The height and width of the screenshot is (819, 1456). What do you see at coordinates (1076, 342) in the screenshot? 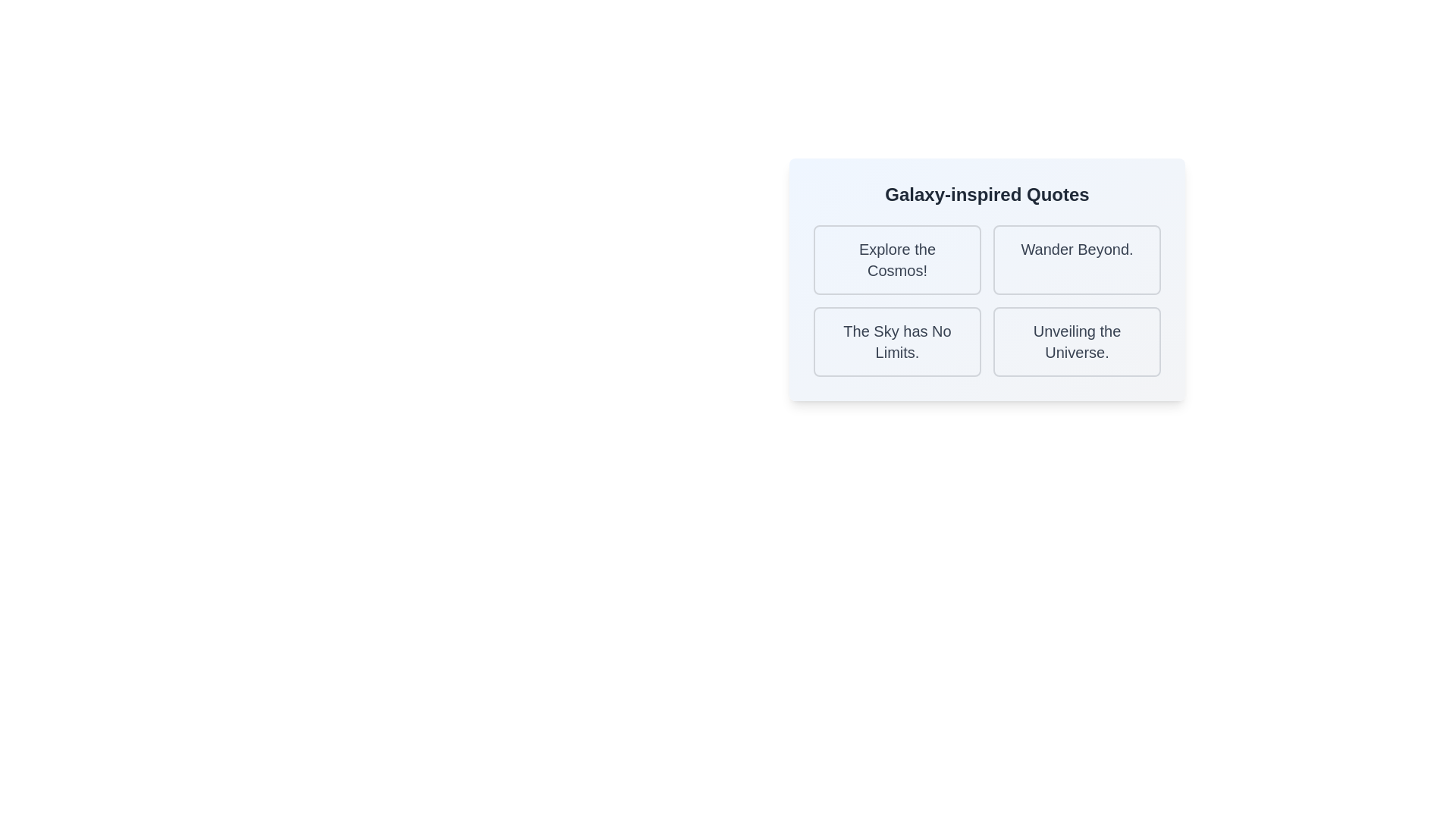
I see `the text label displaying 'Unveiling the Universe.' which is a prominent title in dark gray located in the bottom-right corner of the grid layout` at bounding box center [1076, 342].